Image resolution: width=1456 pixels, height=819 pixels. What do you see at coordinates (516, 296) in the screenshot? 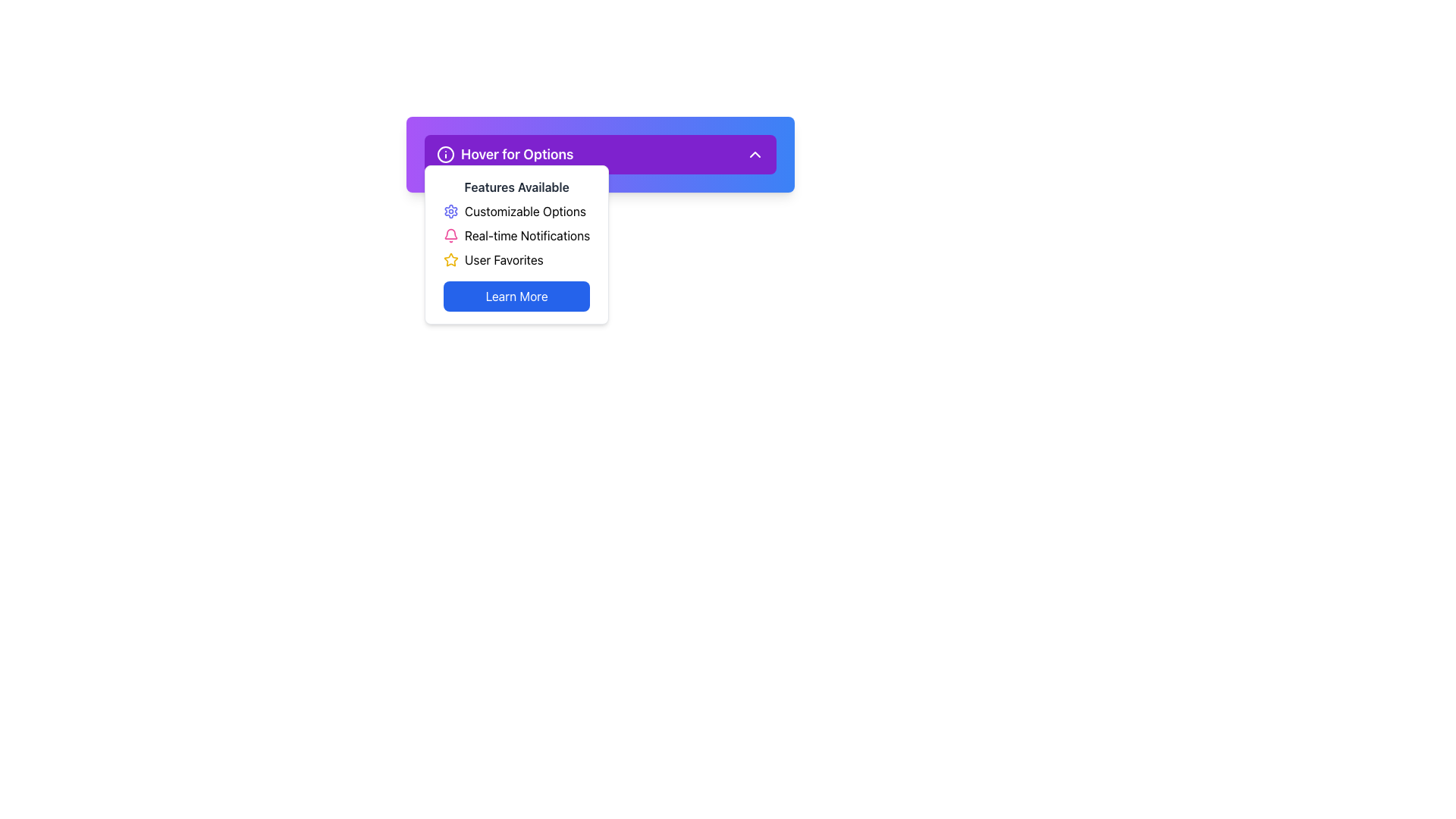
I see `the 'Learn More' button with a vivid blue background for accessibility purposes` at bounding box center [516, 296].